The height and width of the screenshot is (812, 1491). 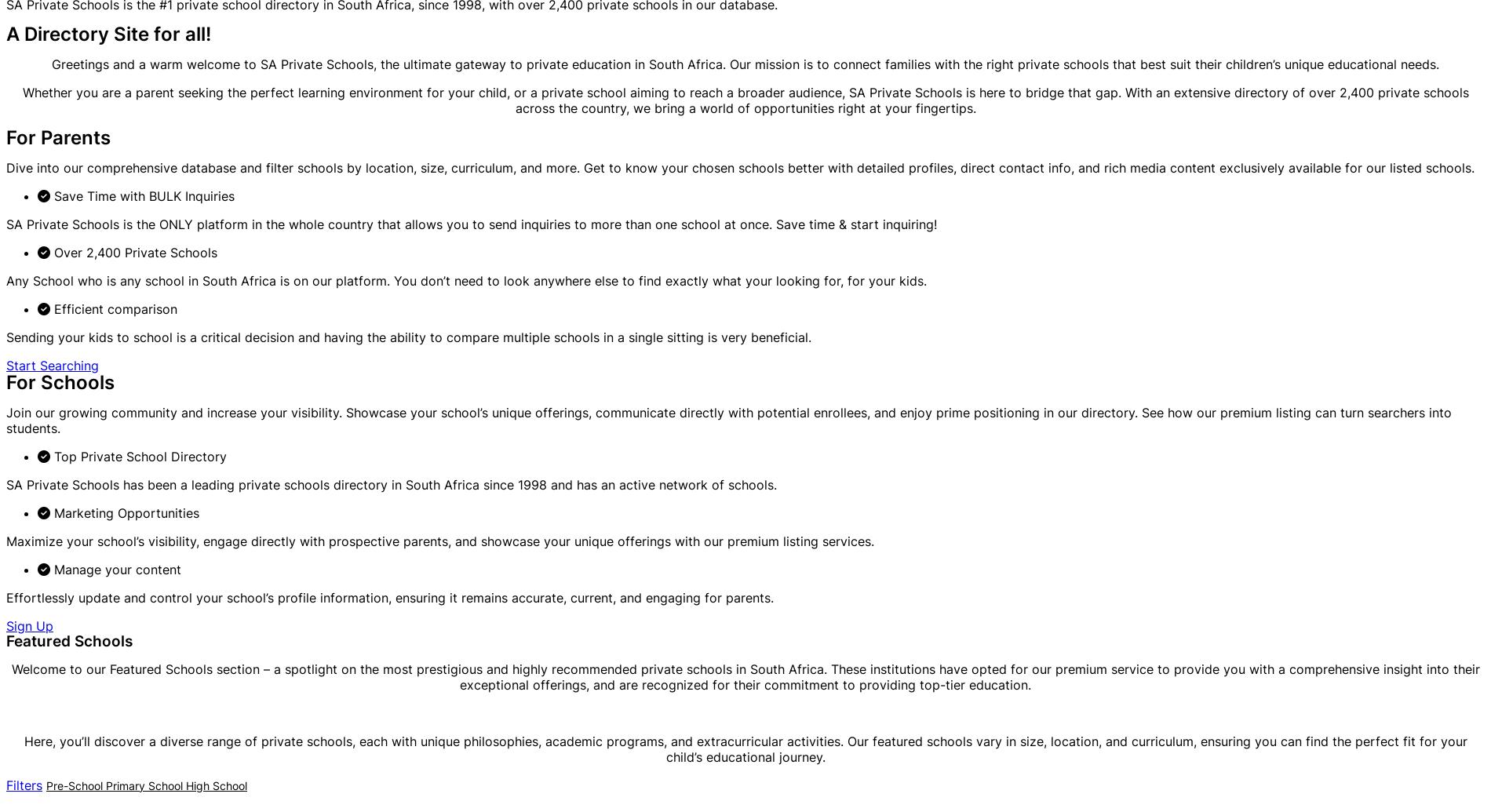 I want to click on 'A Directory Site for all!', so click(x=108, y=33).